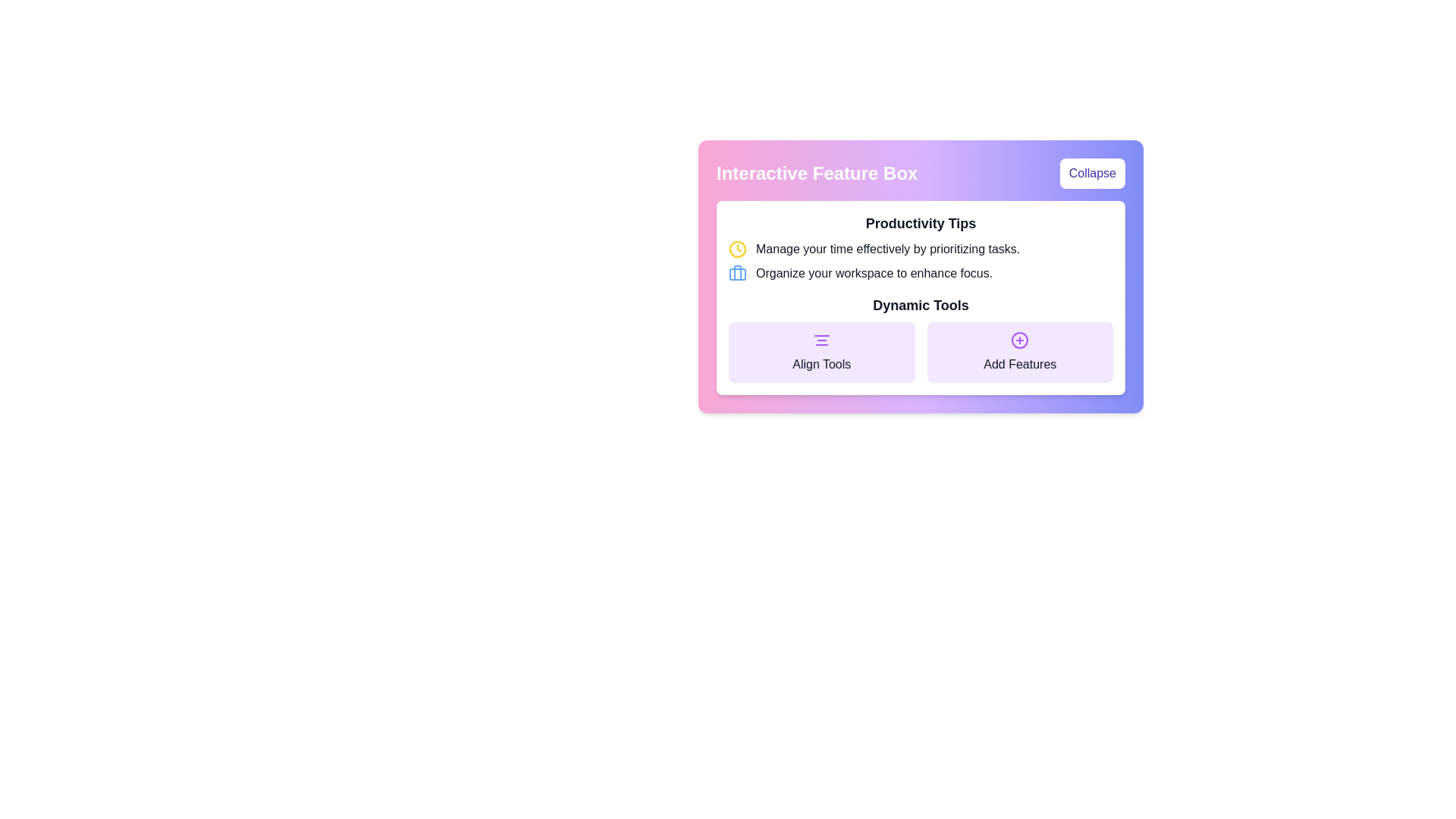 Image resolution: width=1456 pixels, height=819 pixels. I want to click on the button located in the bottom-right section of the grid layout under the 'Dynamic Tools' heading, adjacent to 'Align Tools', to interact with it via keyboard navigation, so click(1020, 353).